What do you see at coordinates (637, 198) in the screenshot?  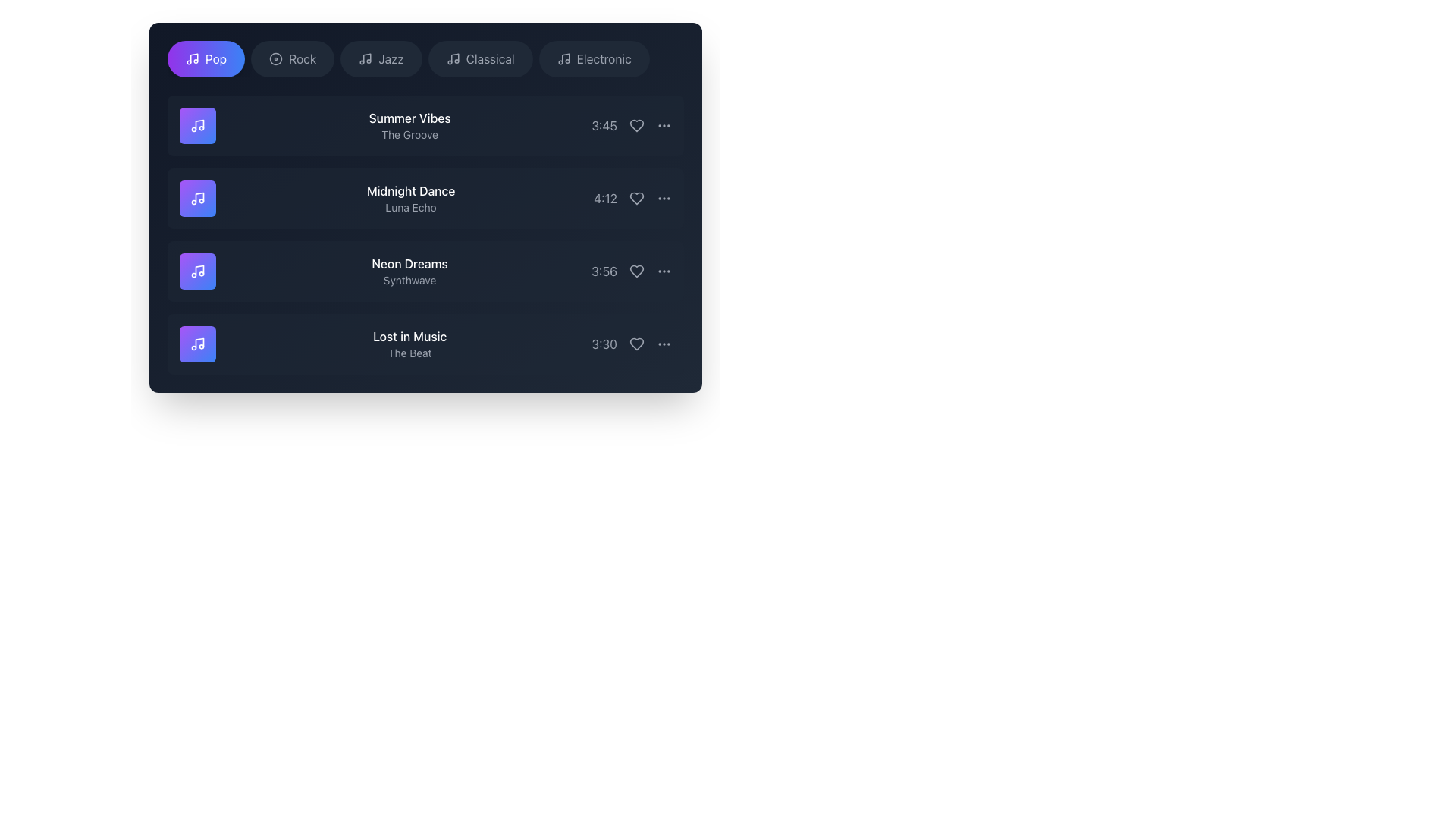 I see `the second heart-shaped icon in the list of songs` at bounding box center [637, 198].